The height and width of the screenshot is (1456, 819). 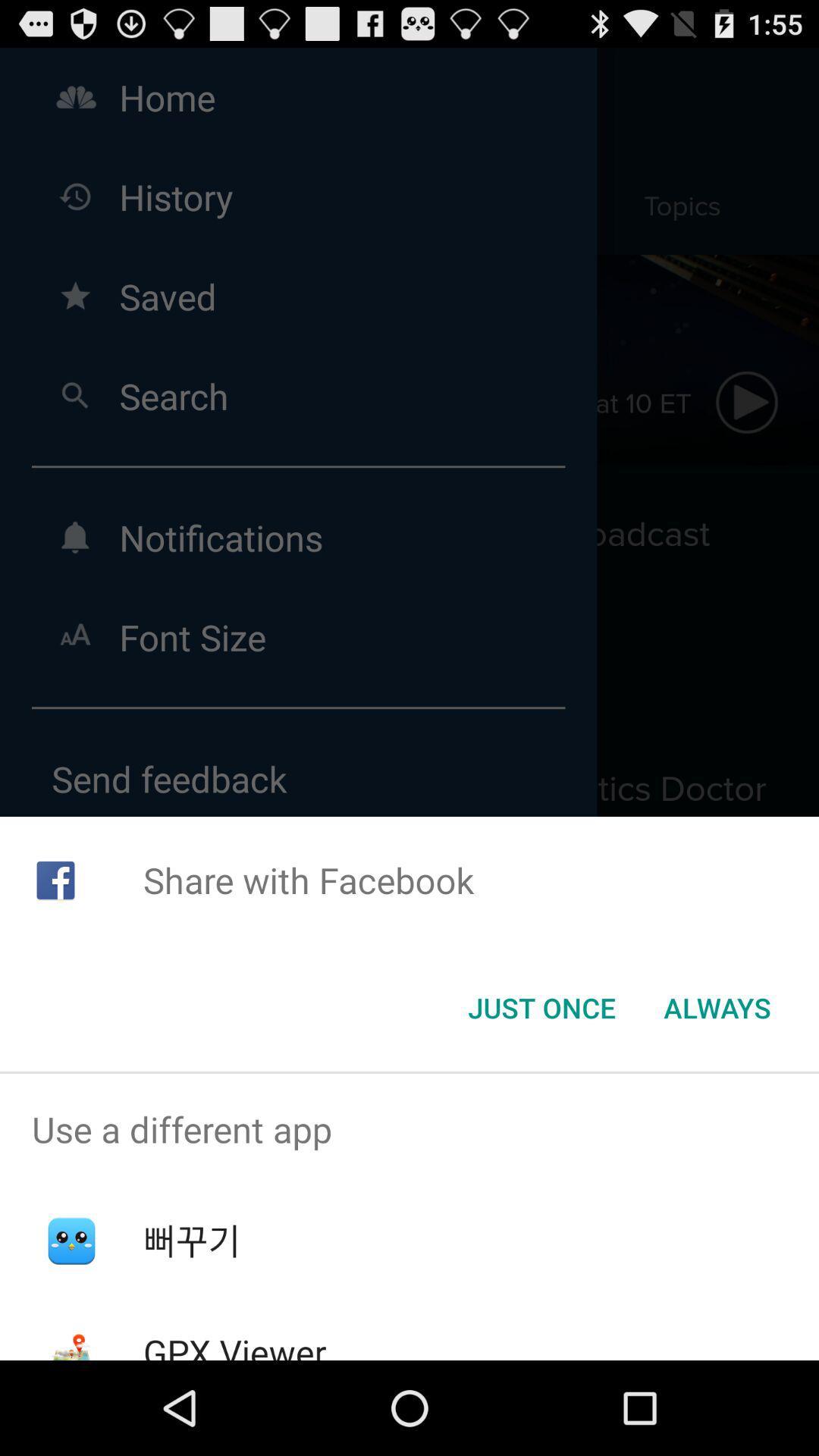 What do you see at coordinates (717, 1008) in the screenshot?
I see `icon at the bottom right corner` at bounding box center [717, 1008].